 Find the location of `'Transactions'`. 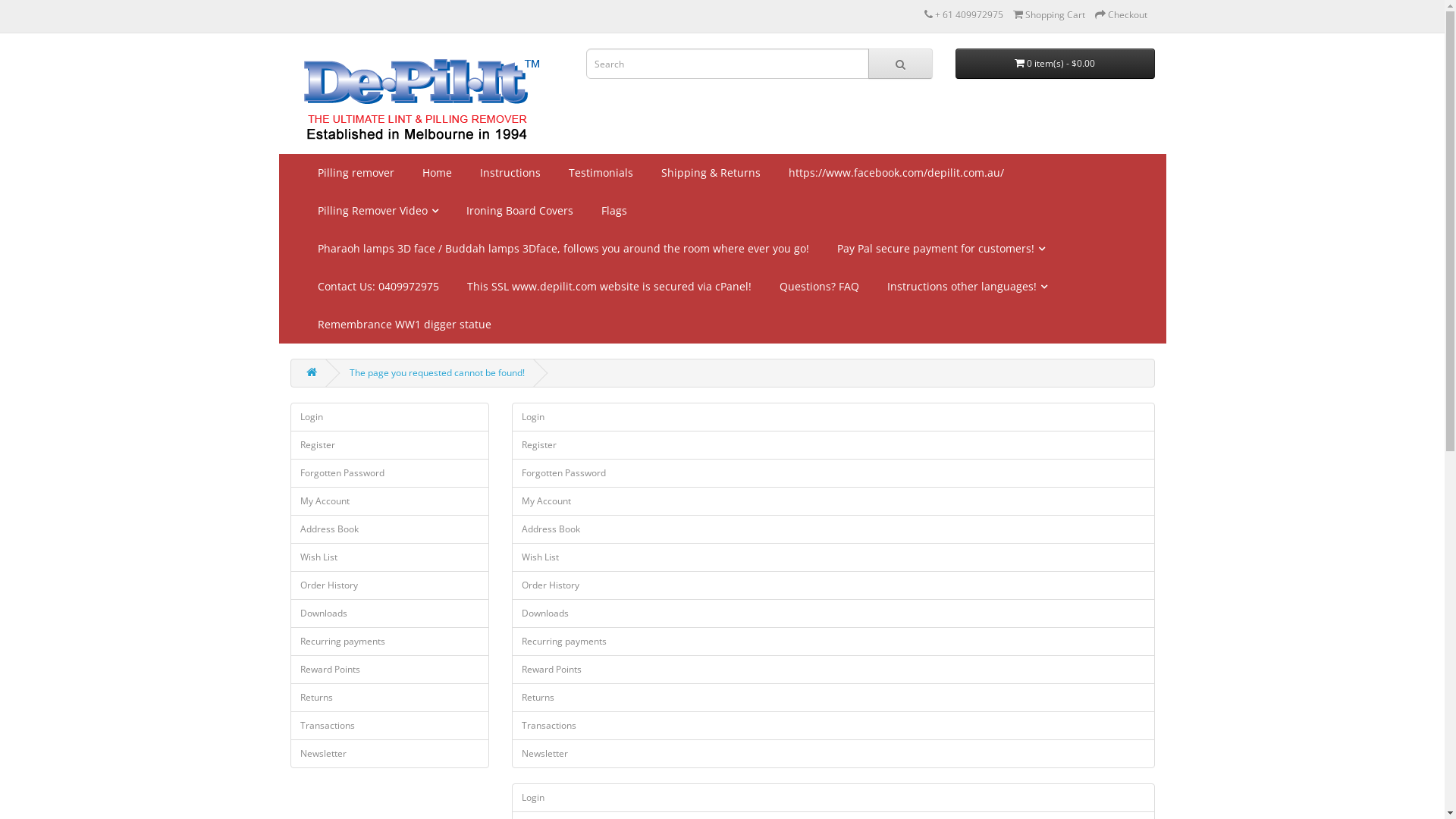

'Transactions' is located at coordinates (389, 724).